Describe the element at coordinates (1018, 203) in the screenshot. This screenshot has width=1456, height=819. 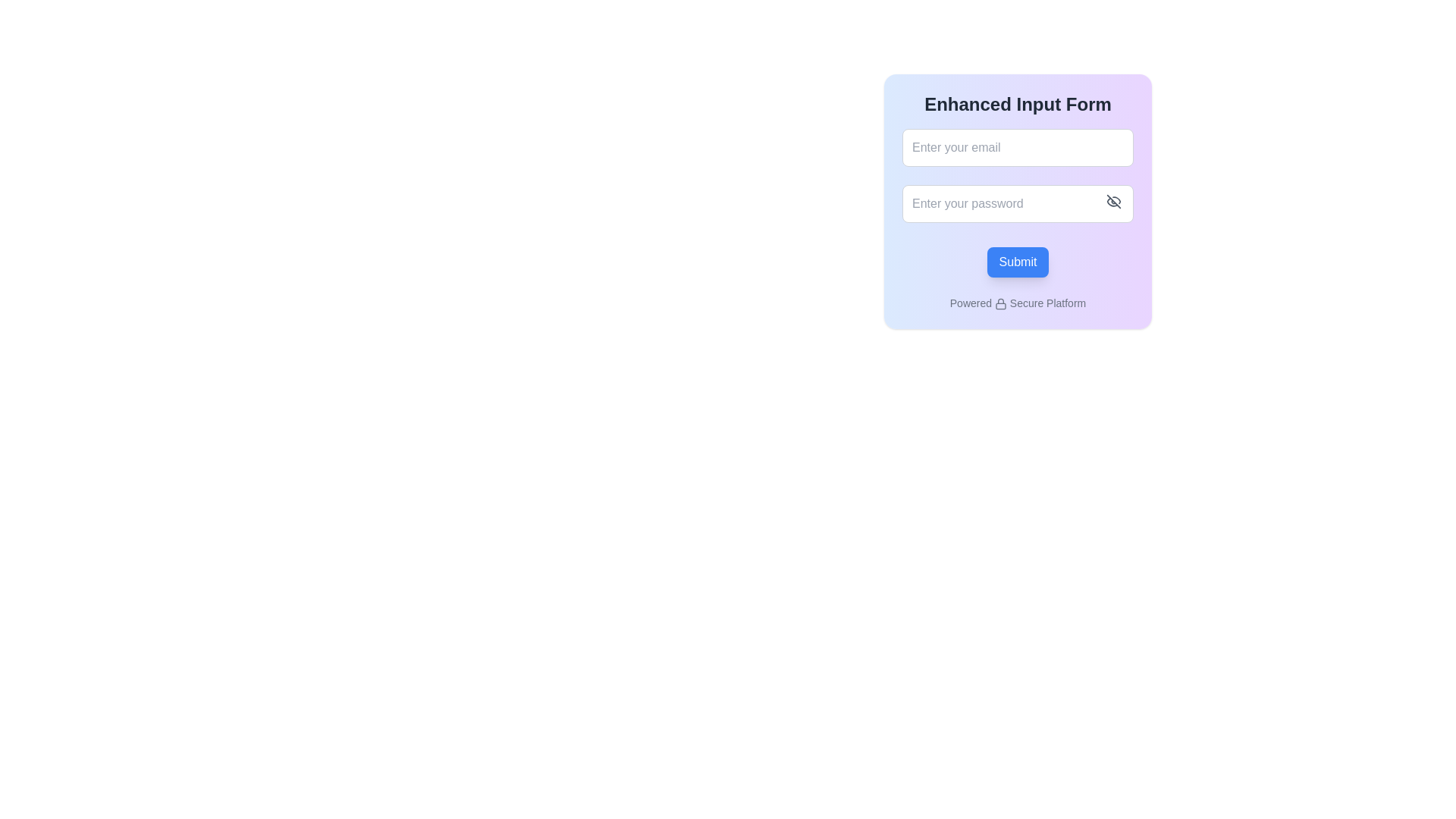
I see `the eye icon next to the Password input field` at that location.